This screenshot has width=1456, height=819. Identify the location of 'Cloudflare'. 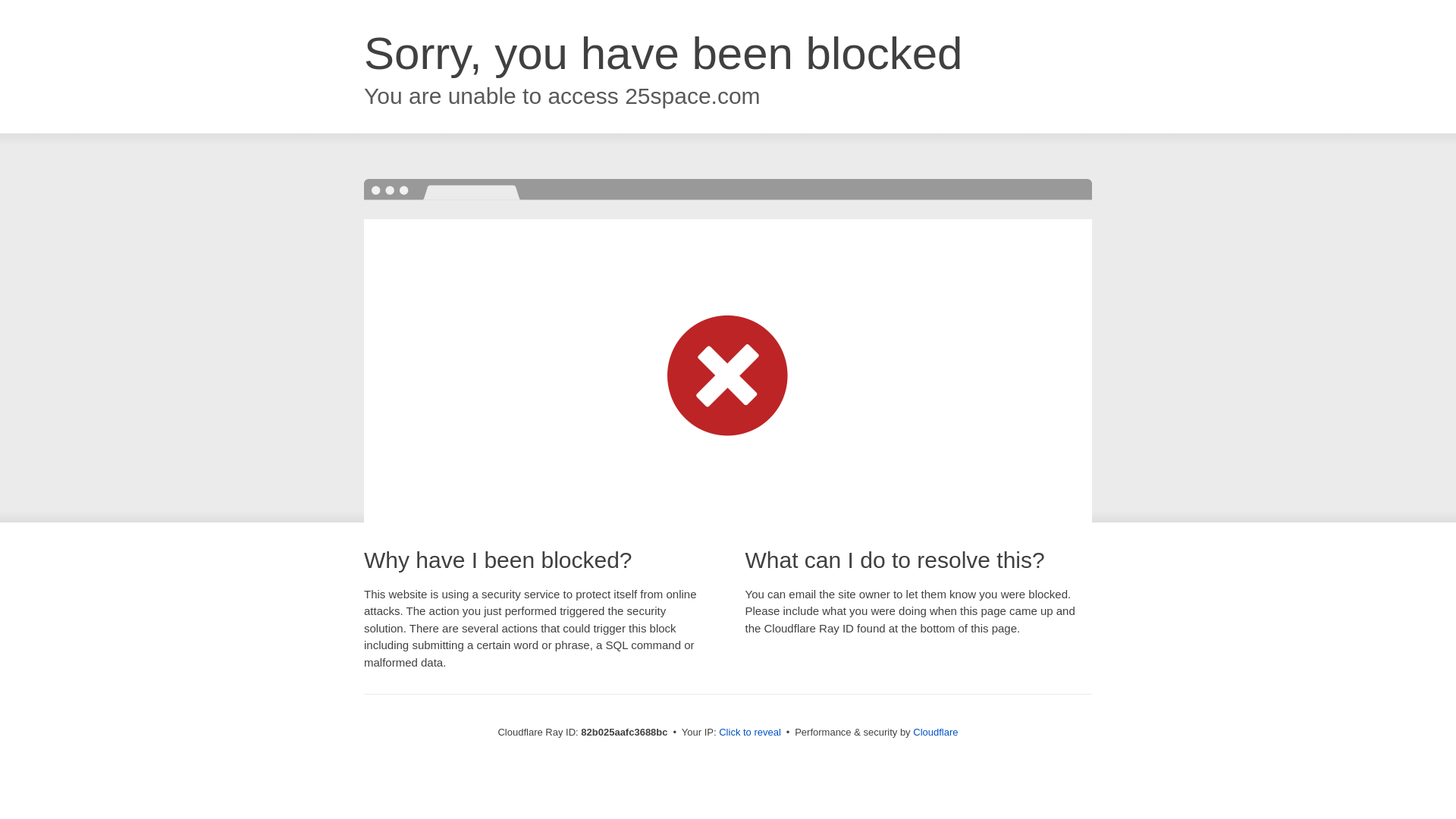
(934, 731).